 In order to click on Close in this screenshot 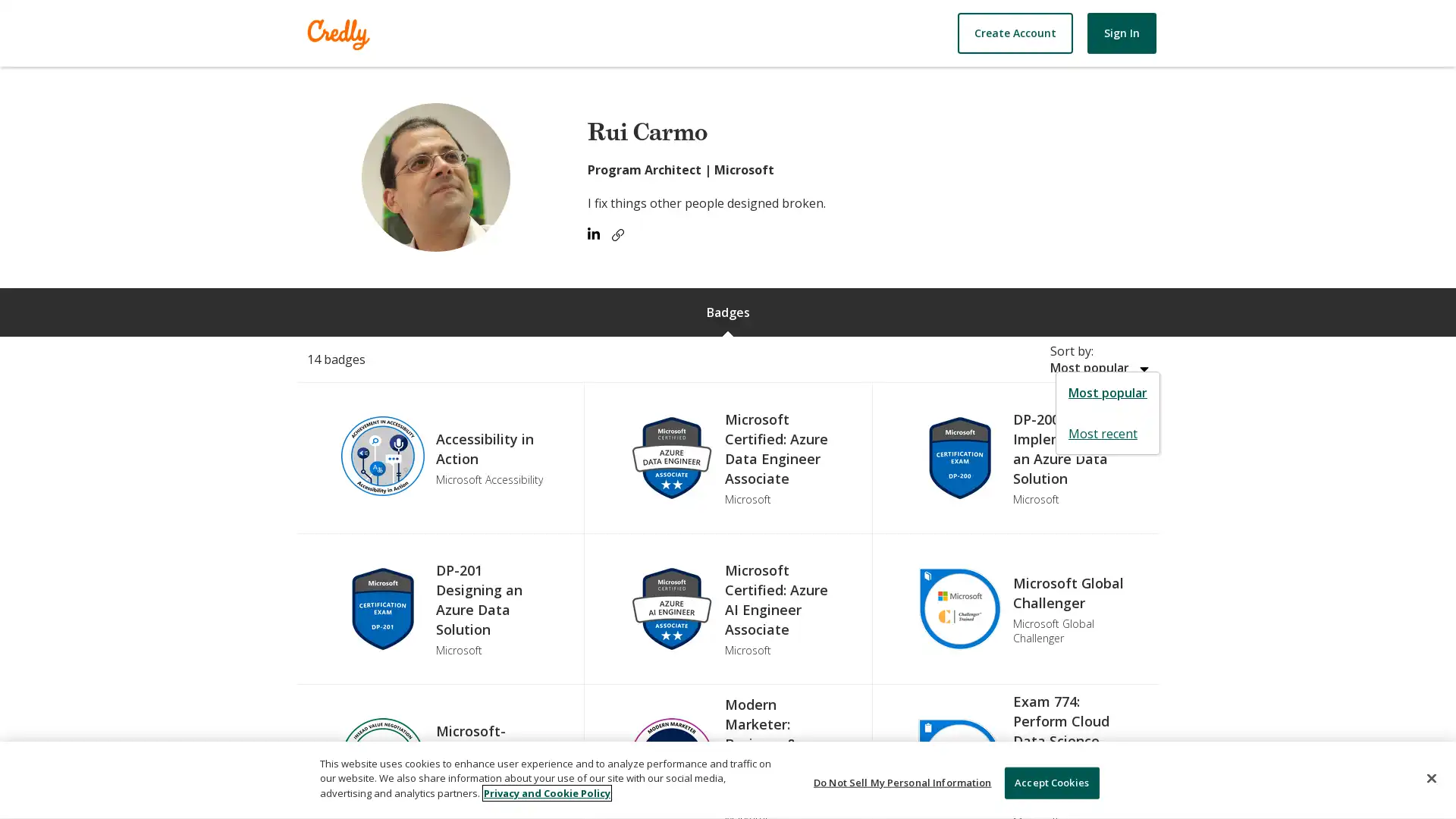, I will do `click(1430, 778)`.